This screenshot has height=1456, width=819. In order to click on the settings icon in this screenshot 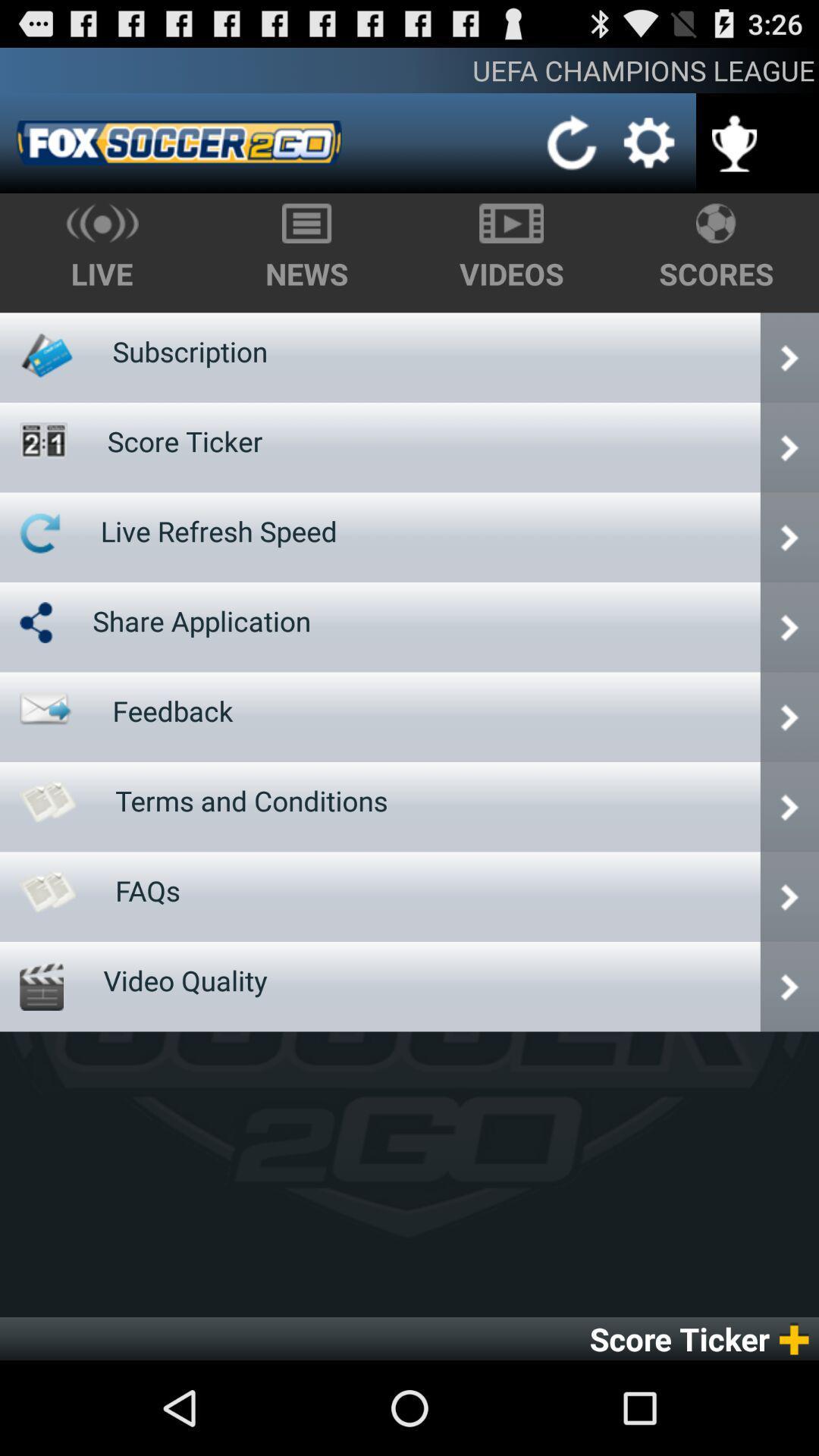, I will do `click(648, 152)`.